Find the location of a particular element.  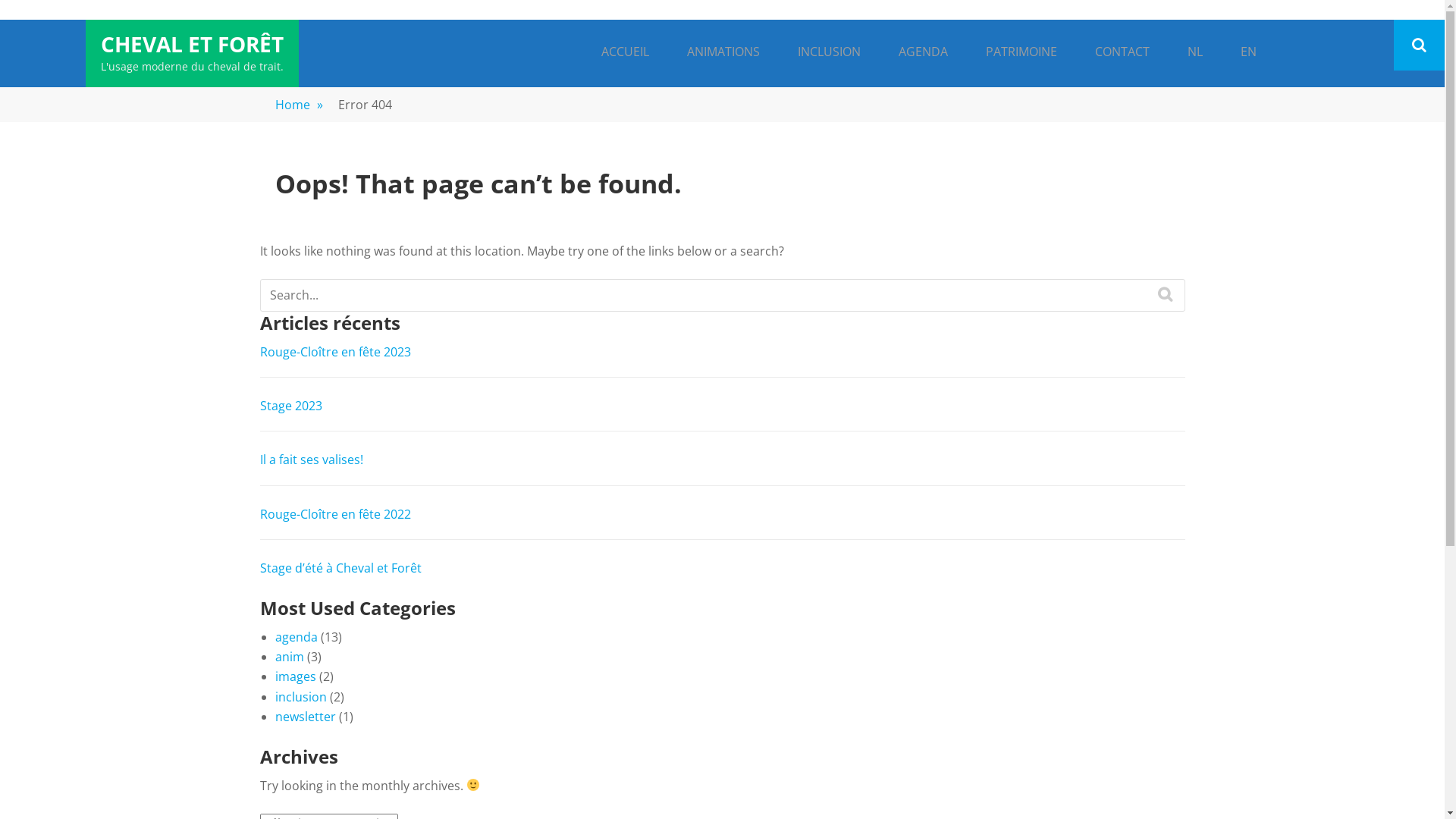

'images' is located at coordinates (294, 675).